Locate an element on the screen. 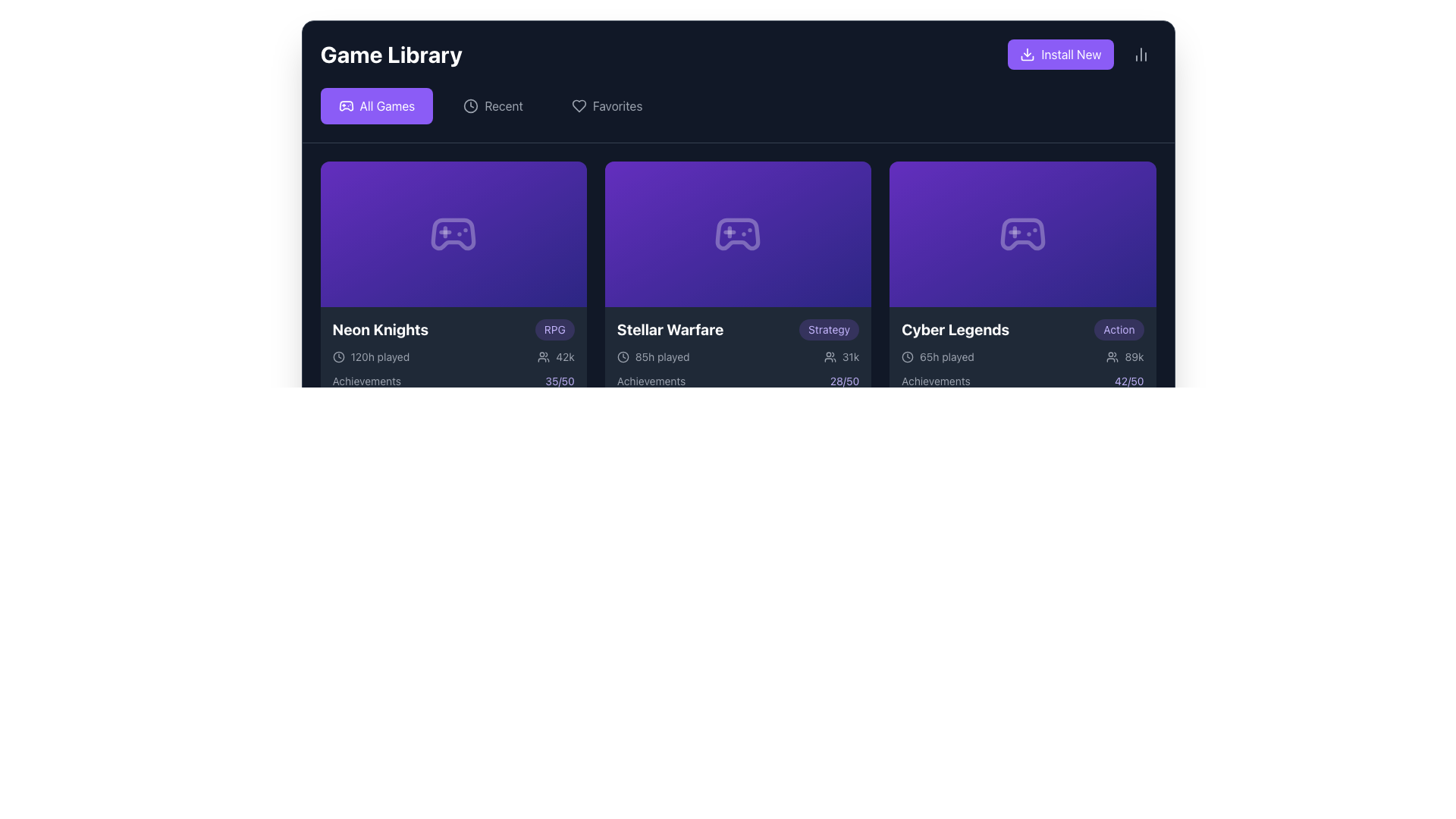 Image resolution: width=1456 pixels, height=819 pixels. the Text display that shows the player's achievement progress in the 'Cyber Legends' game, located above a progress bar in the rightmost game card is located at coordinates (1022, 380).